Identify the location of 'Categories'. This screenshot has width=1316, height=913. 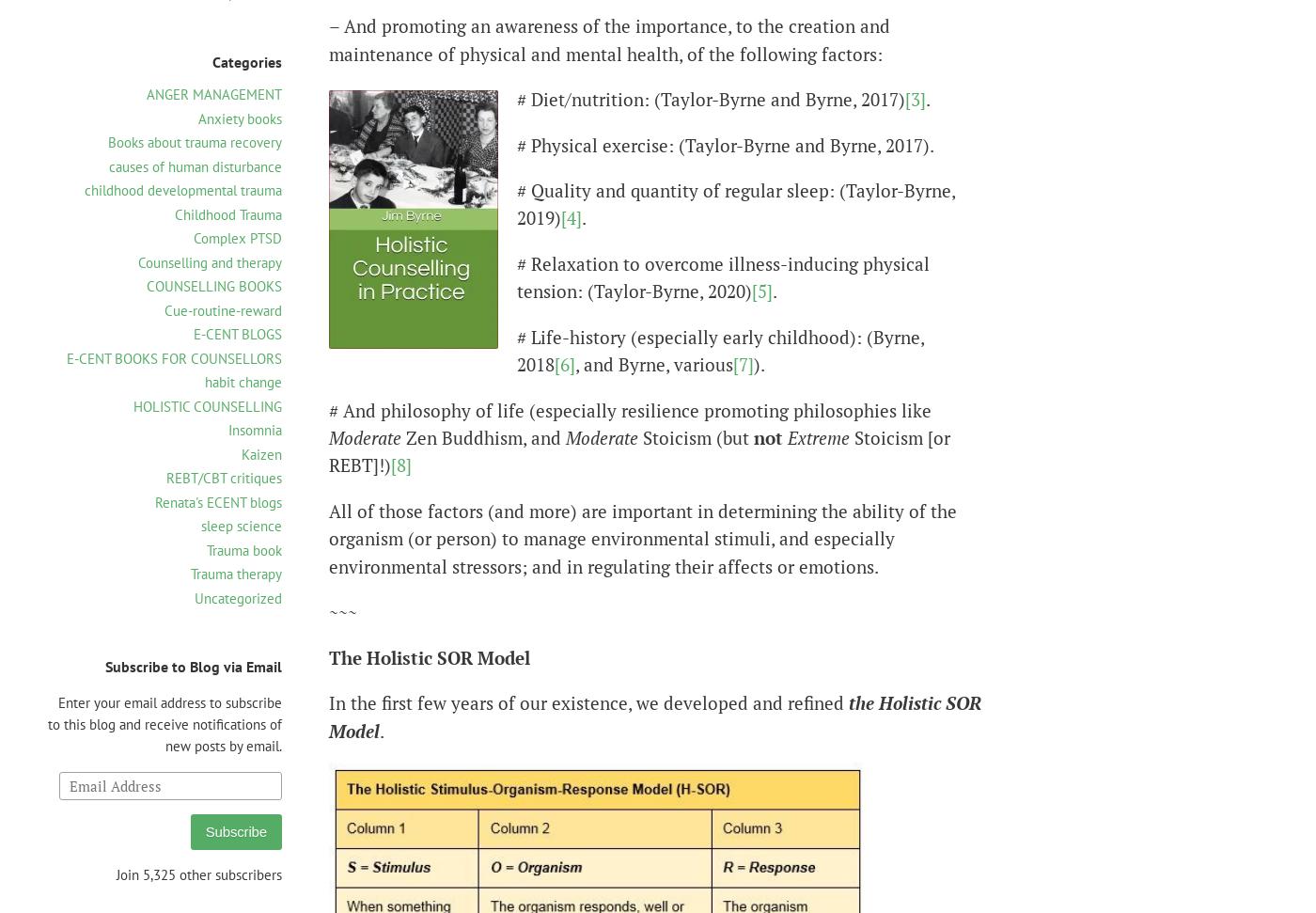
(247, 59).